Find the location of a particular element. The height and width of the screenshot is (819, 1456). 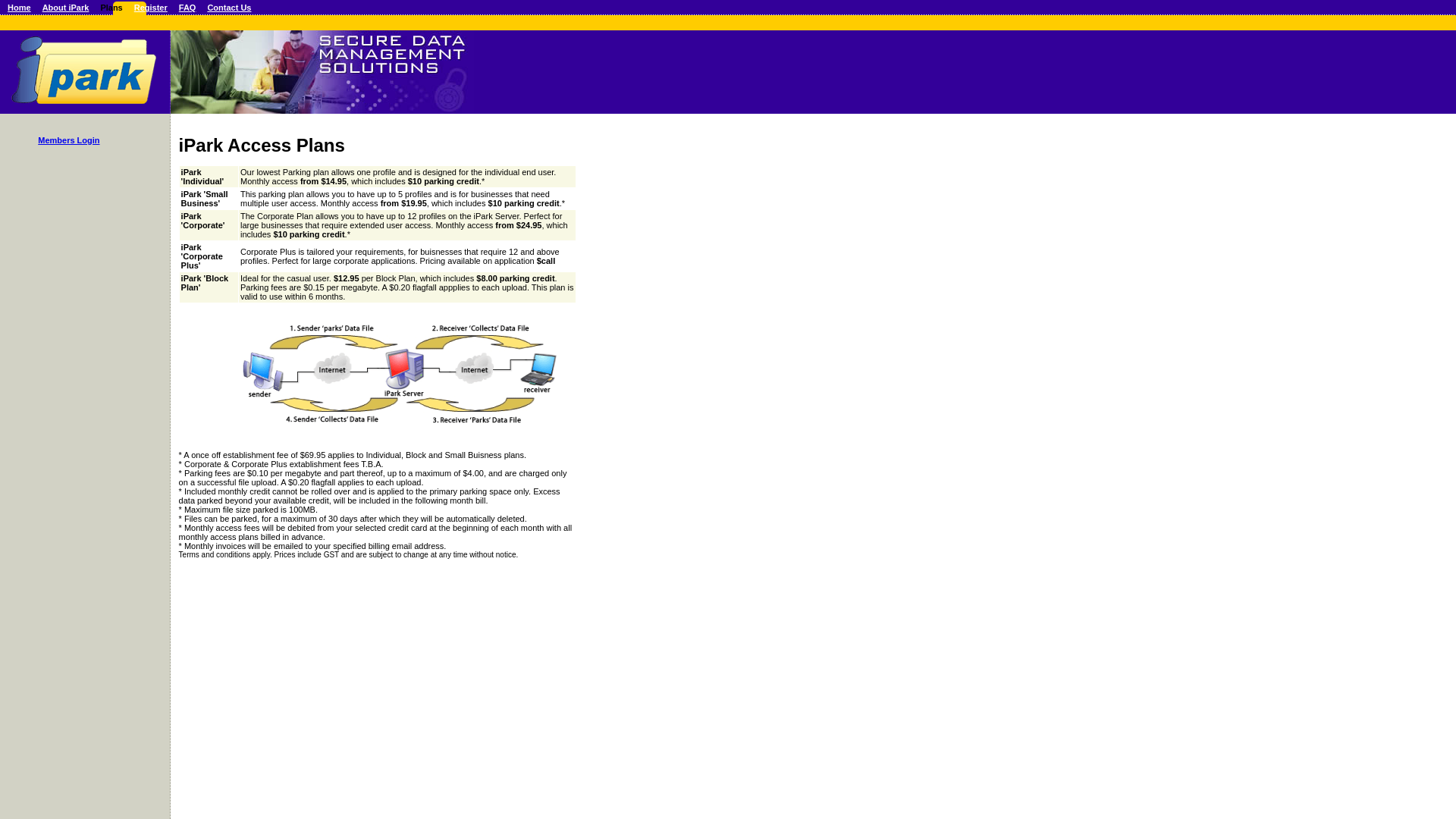

'About iPark' is located at coordinates (64, 8).